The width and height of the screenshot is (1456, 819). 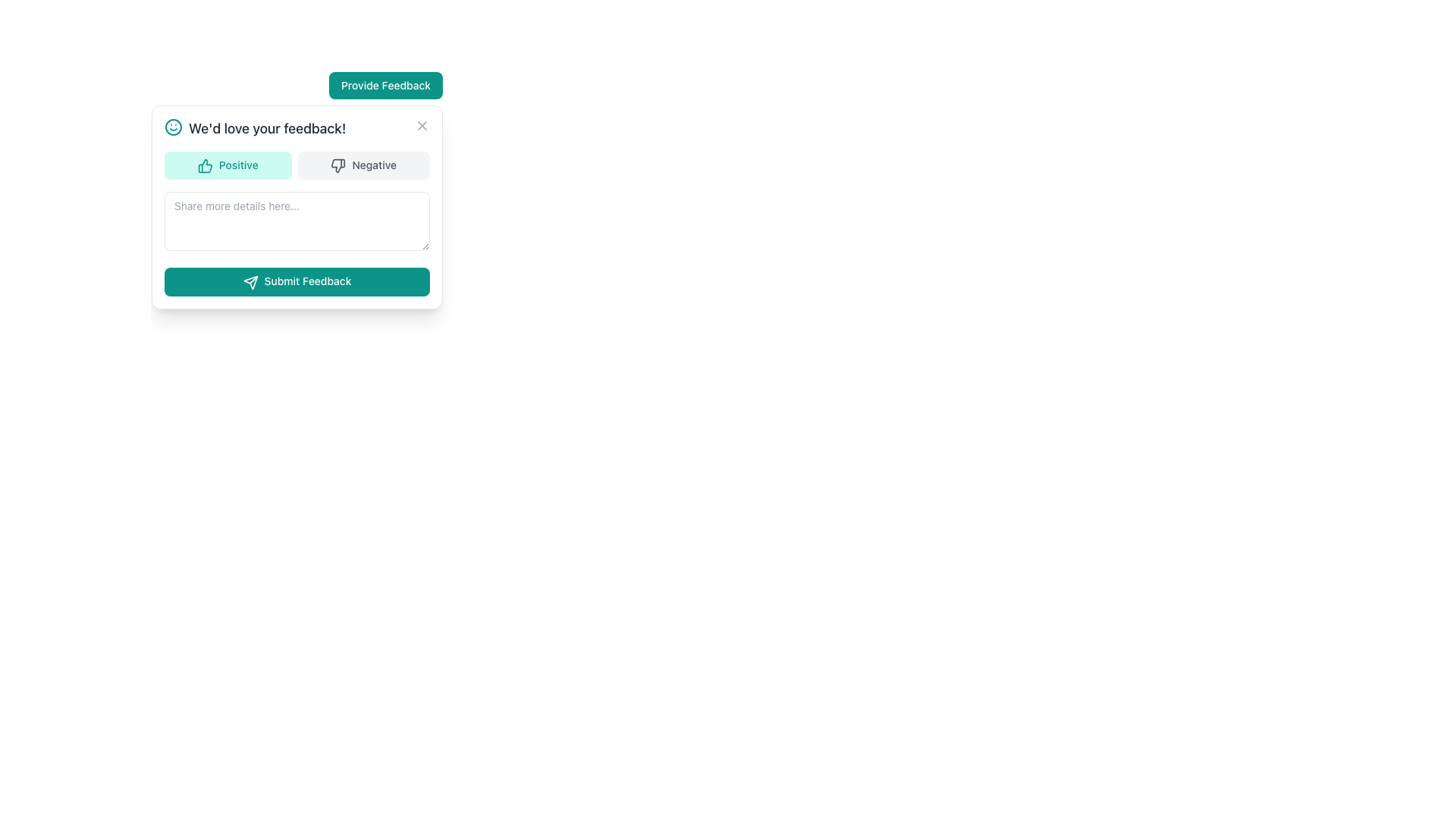 What do you see at coordinates (204, 166) in the screenshot?
I see `the thumbs-up icon located within the feedback modal, to the left of the 'Positive' feedback option` at bounding box center [204, 166].